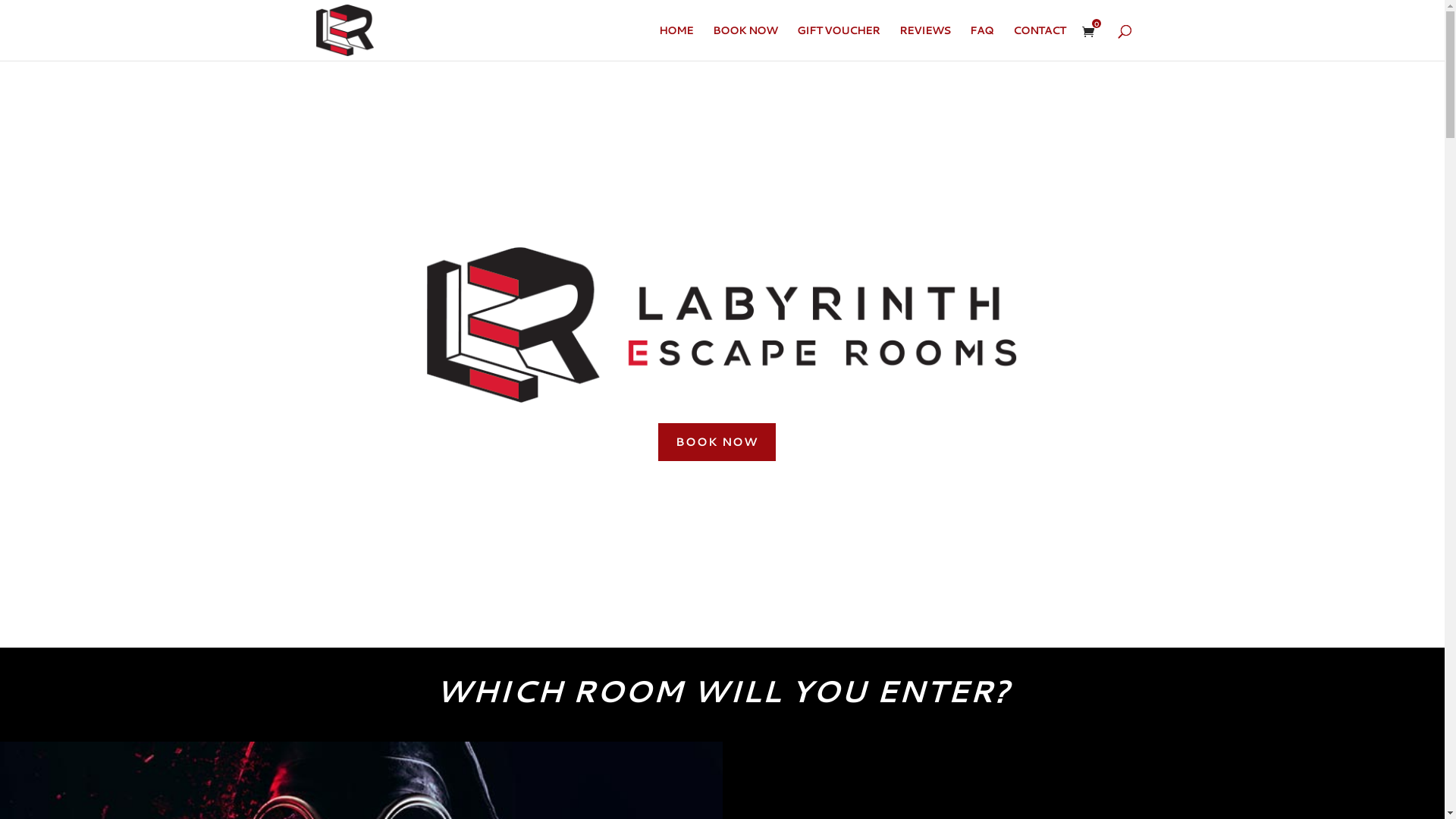 The image size is (1456, 819). What do you see at coordinates (924, 42) in the screenshot?
I see `'REVIEWS'` at bounding box center [924, 42].